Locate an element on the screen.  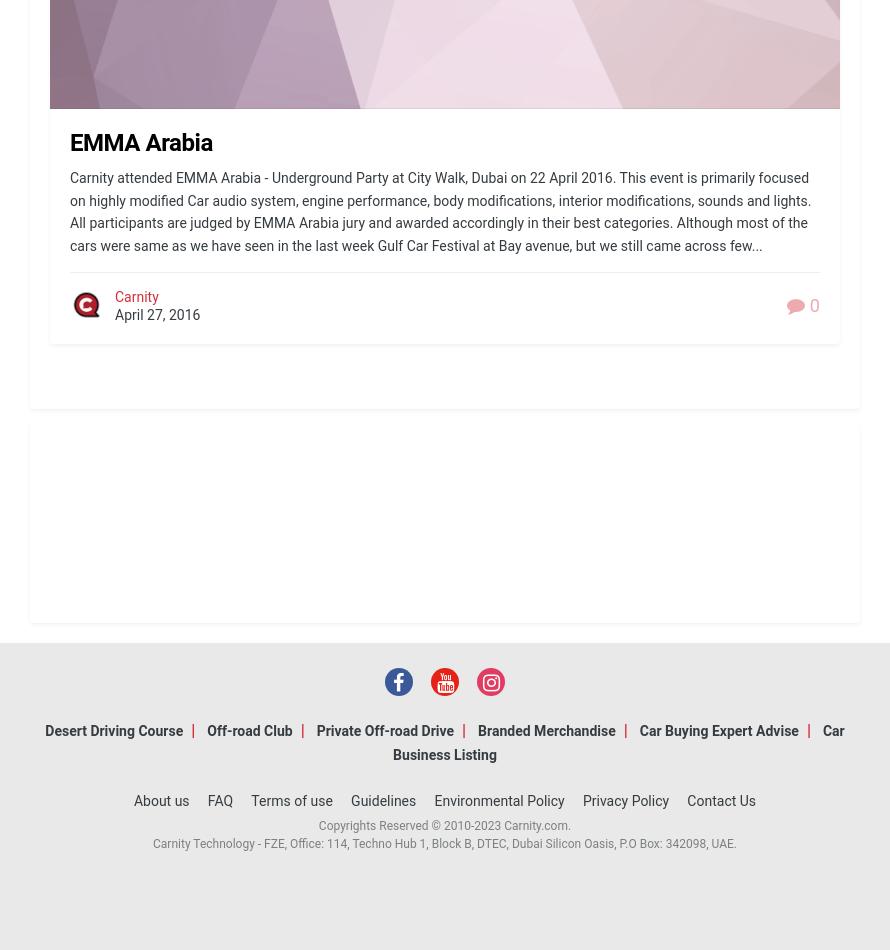
'Car Buying Expert Advise' is located at coordinates (717, 730).